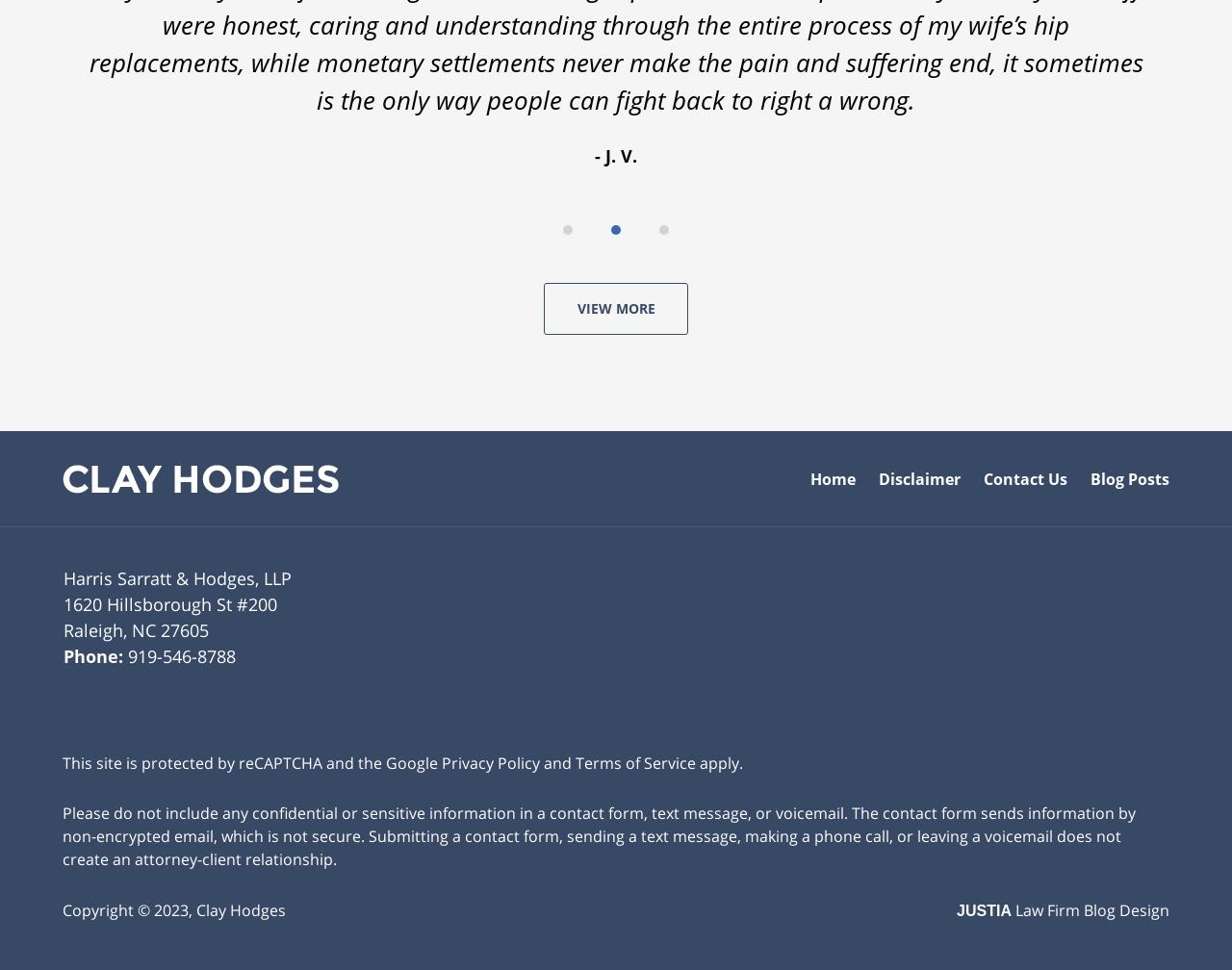 The height and width of the screenshot is (970, 1232). What do you see at coordinates (598, 831) in the screenshot?
I see `'Please do not include any confidential or sensitive information in a contact form, text message, or voicemail. The contact form sends information by non-encrypted email, which is not secure. Submitting a contact form, sending a text message, making a phone call, or leaving a voicemail does not create an attorney-client relationship.'` at bounding box center [598, 831].